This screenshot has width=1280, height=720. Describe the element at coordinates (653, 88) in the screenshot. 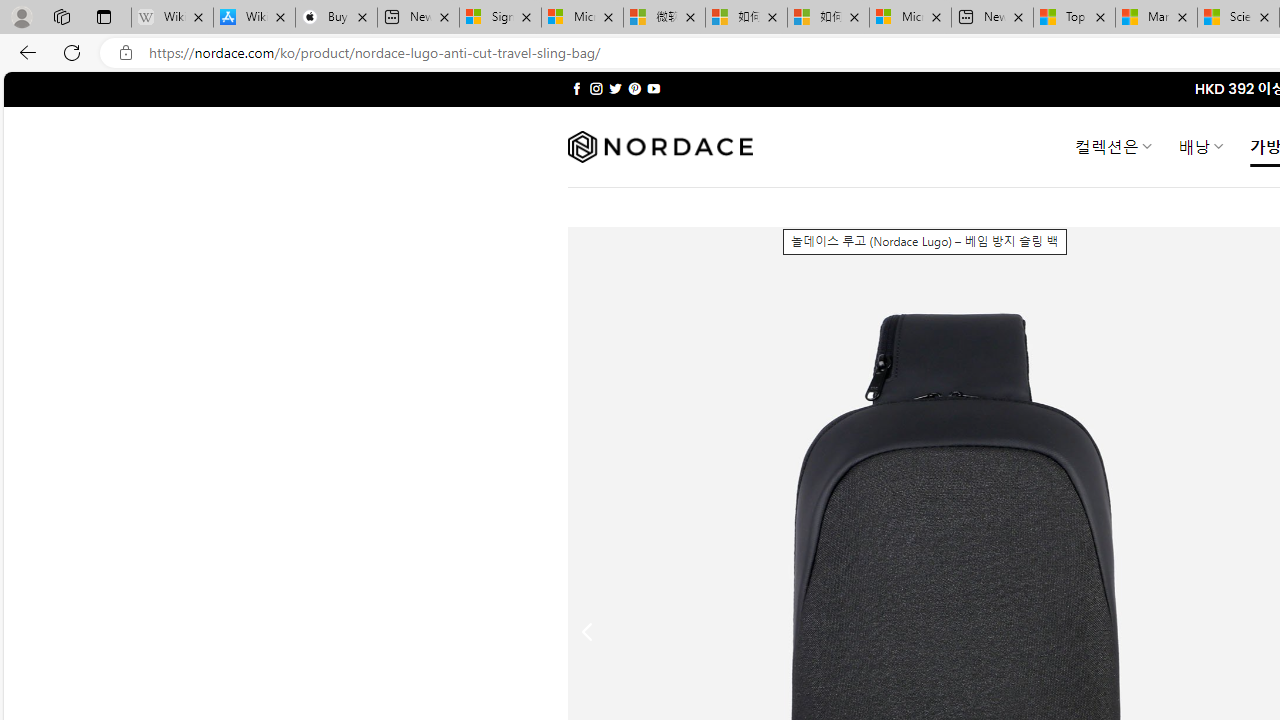

I see `'Follow on YouTube'` at that location.